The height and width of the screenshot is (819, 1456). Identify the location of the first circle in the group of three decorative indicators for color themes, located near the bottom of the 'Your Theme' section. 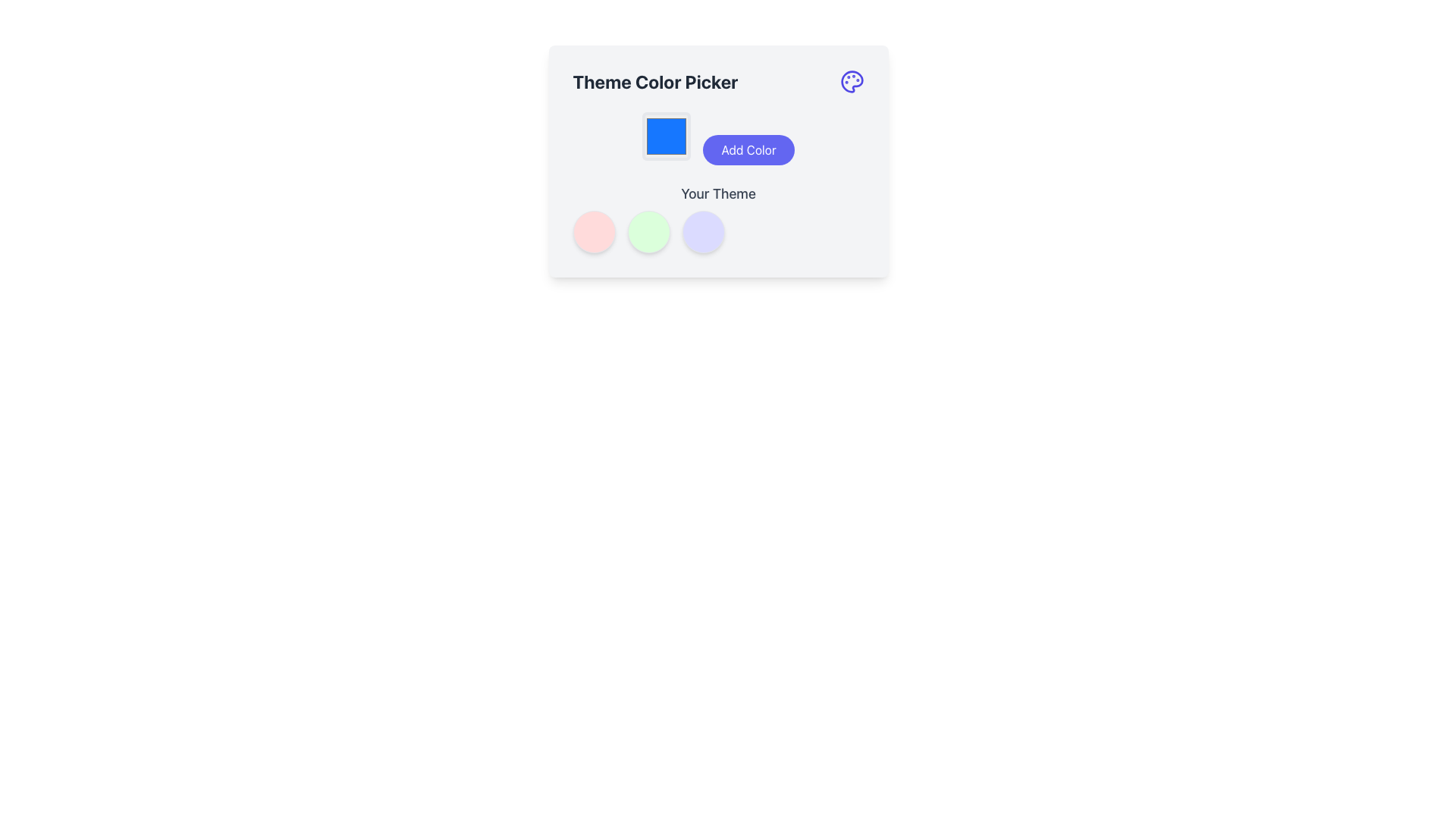
(593, 231).